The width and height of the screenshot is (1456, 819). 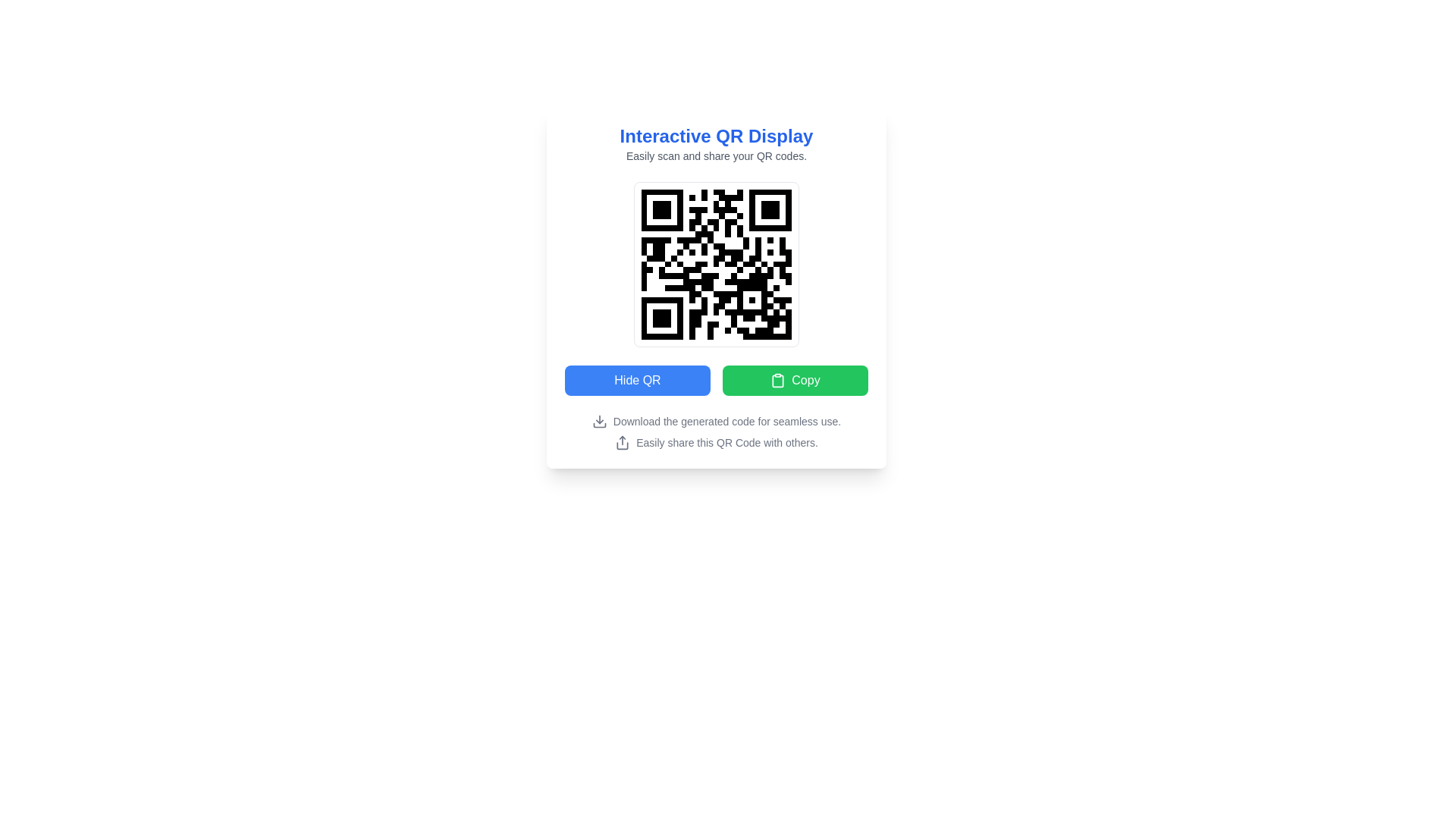 I want to click on the QR code image displayed below the heading 'Interactive QR Display', so click(x=716, y=263).